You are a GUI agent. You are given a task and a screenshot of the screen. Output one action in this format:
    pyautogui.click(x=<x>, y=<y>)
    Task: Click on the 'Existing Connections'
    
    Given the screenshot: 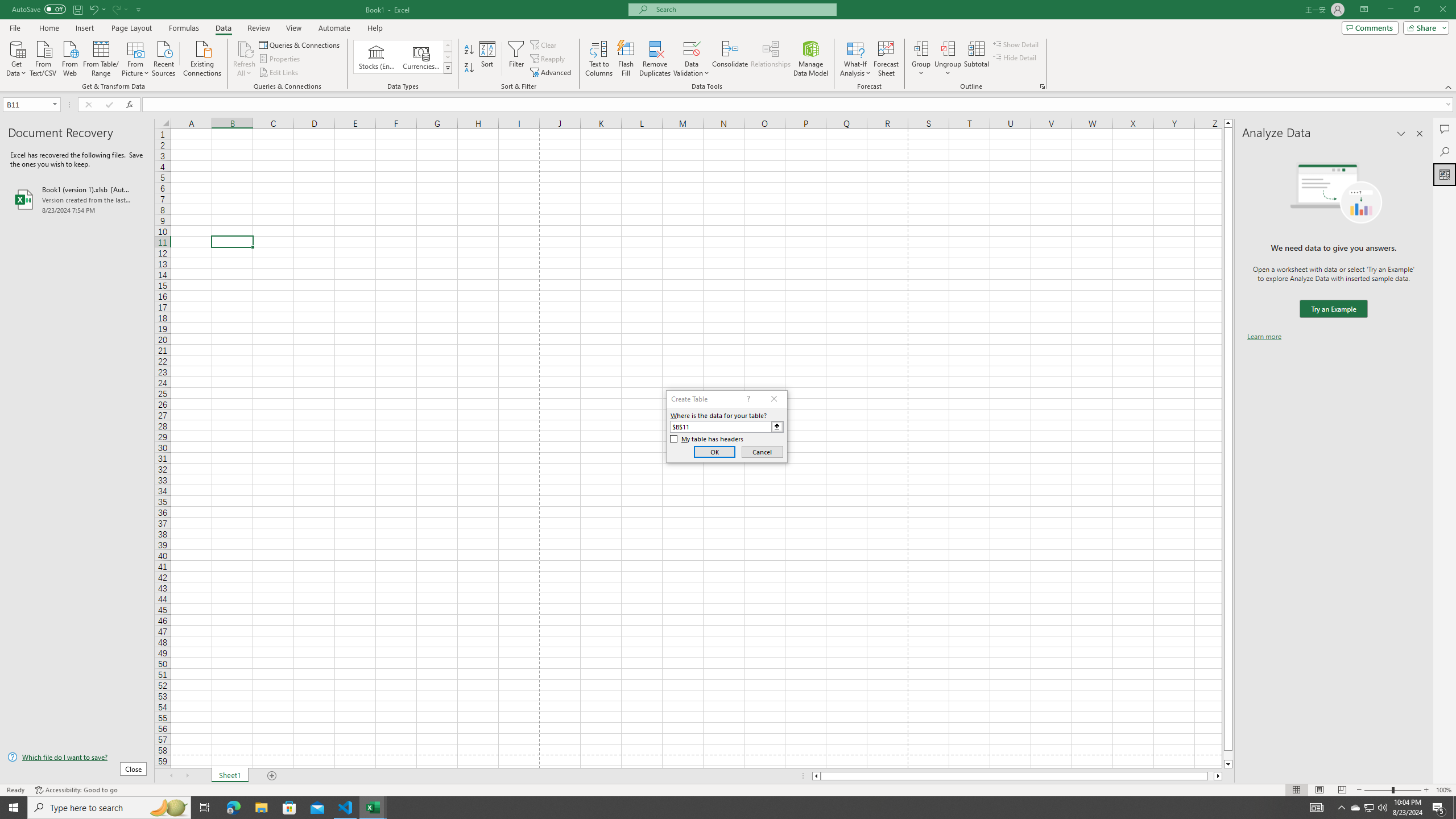 What is the action you would take?
    pyautogui.click(x=201, y=57)
    